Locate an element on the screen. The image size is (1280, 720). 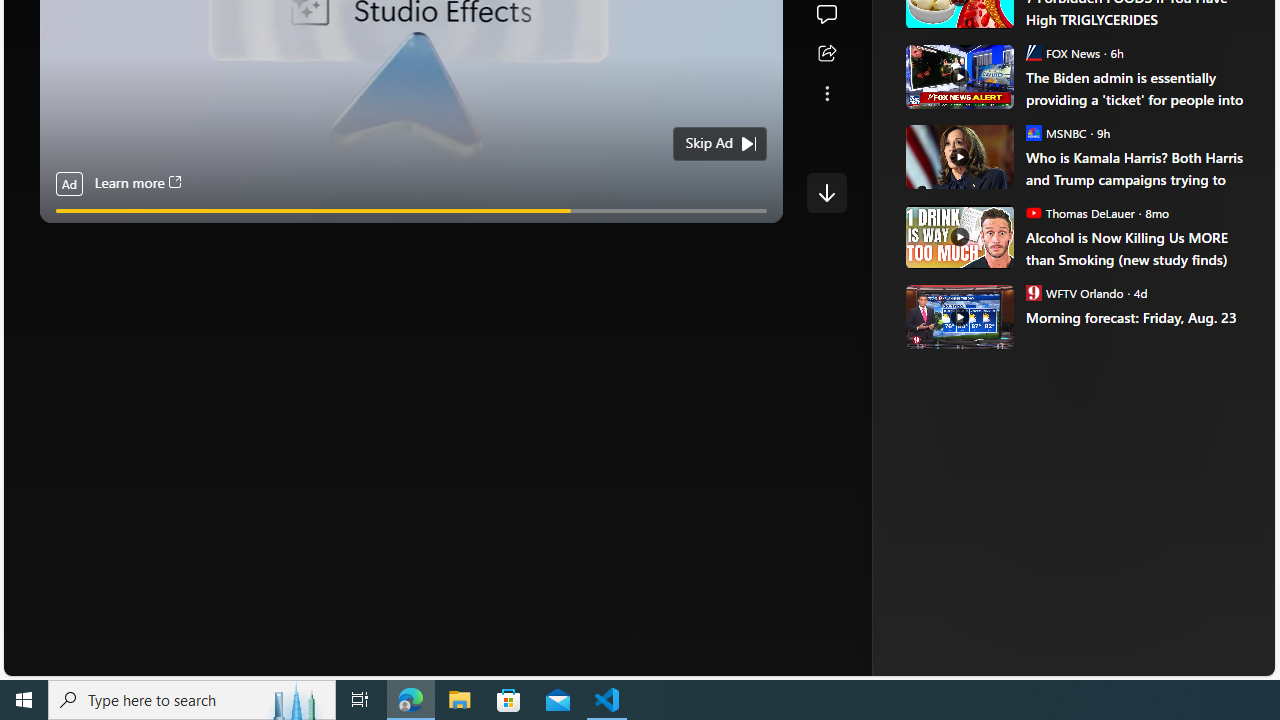
'video progress bar' is located at coordinates (410, 211).